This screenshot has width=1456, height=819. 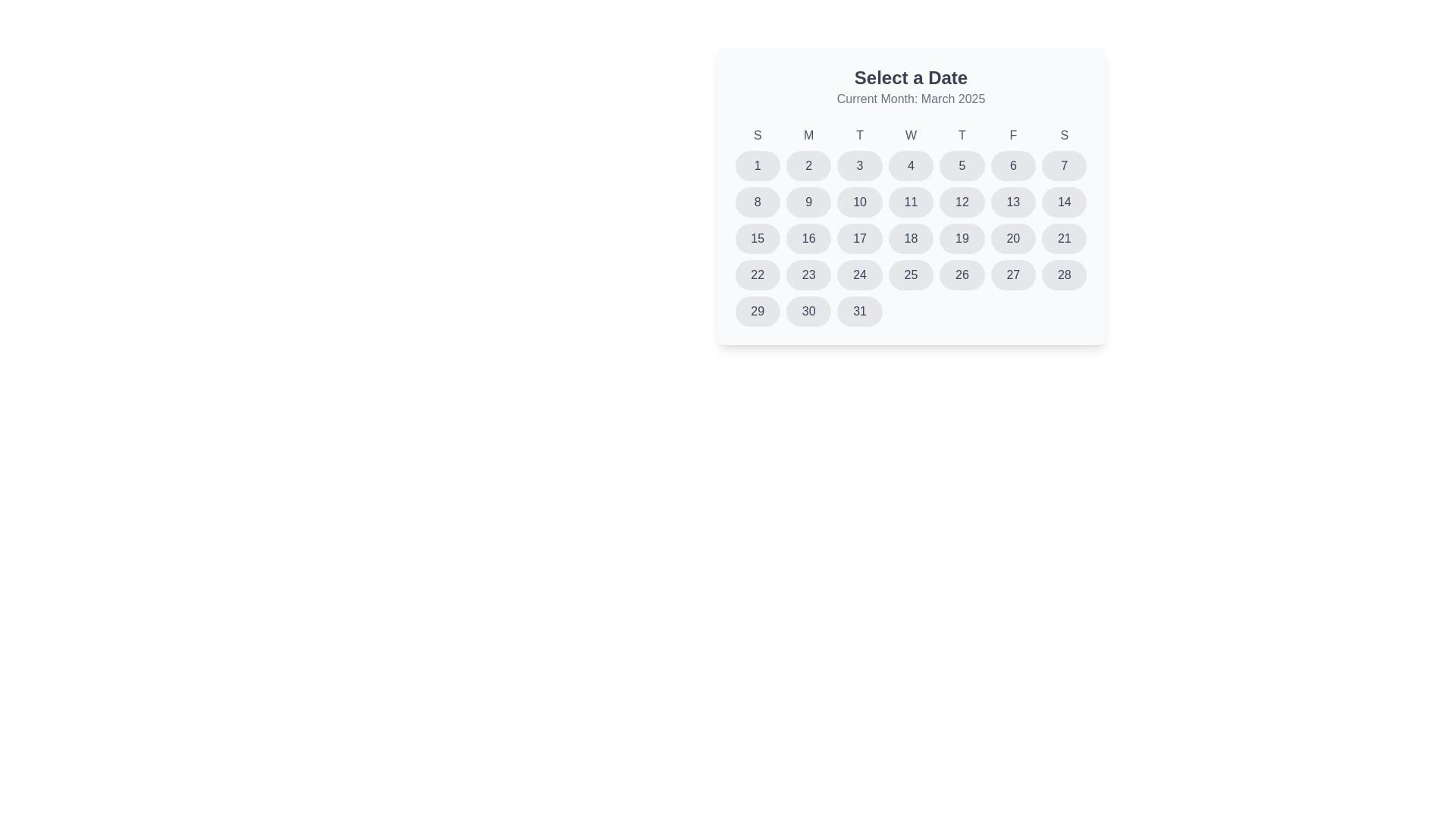 What do you see at coordinates (1012, 166) in the screenshot?
I see `the circular button with the number '6' in dark gray font, which is located in the first row of the calendar grid under the 'F' label for Friday` at bounding box center [1012, 166].